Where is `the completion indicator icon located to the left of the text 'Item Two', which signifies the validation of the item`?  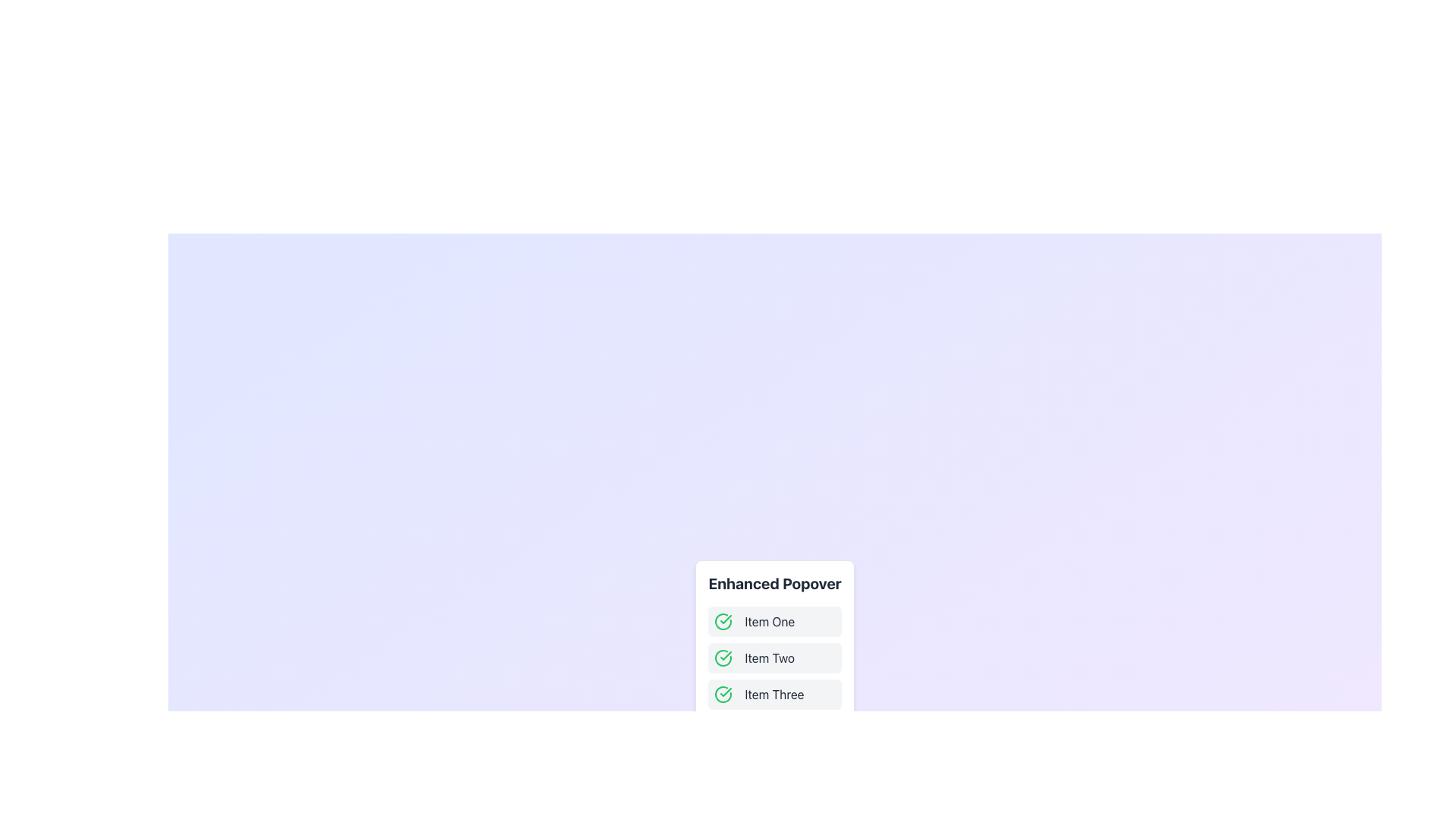
the completion indicator icon located to the left of the text 'Item Two', which signifies the validation of the item is located at coordinates (723, 657).